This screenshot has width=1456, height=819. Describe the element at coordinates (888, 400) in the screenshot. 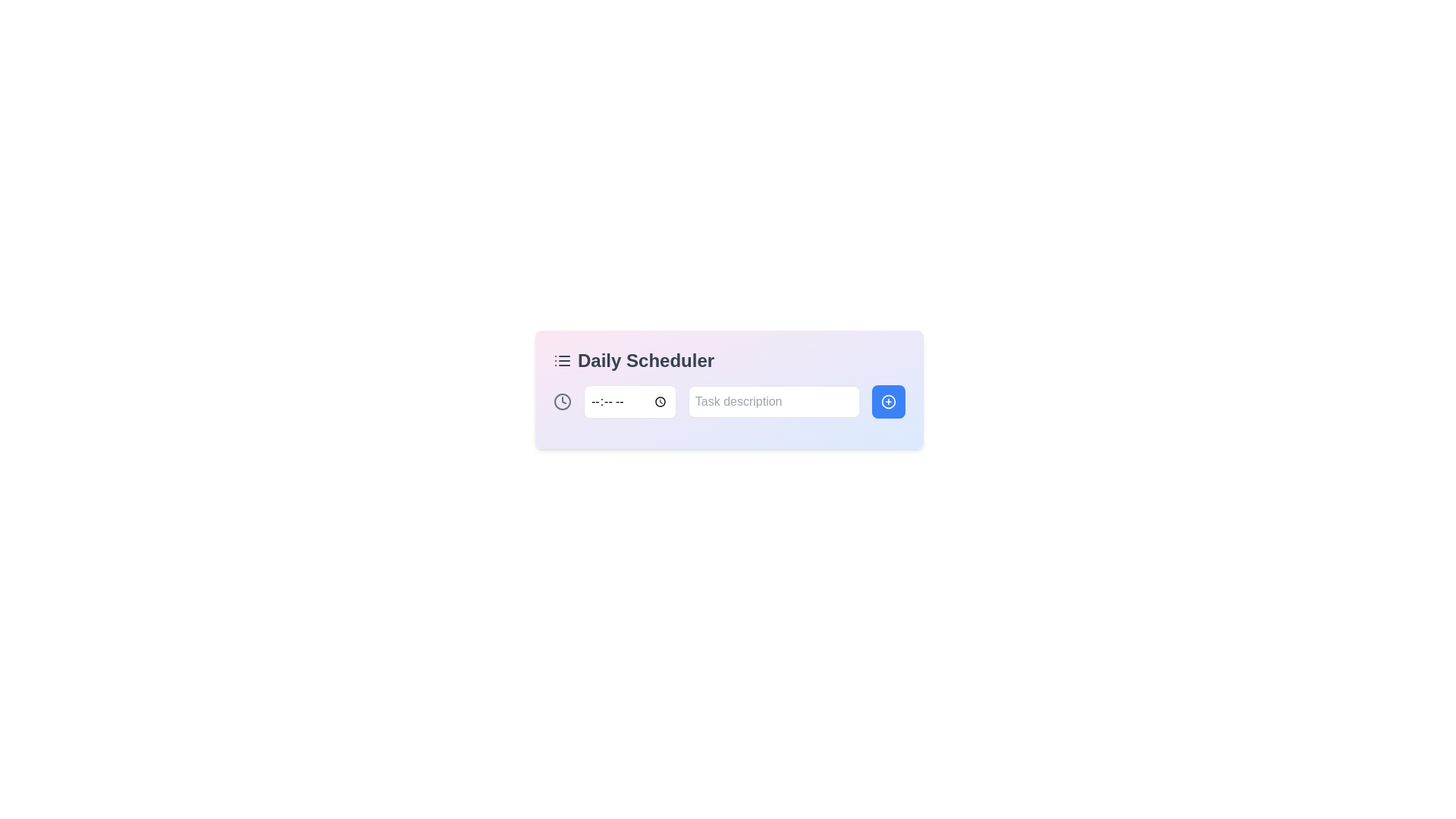

I see `the Icon Button with a '+' symbol located at the right edge of the 'Daily Scheduler' bar` at that location.